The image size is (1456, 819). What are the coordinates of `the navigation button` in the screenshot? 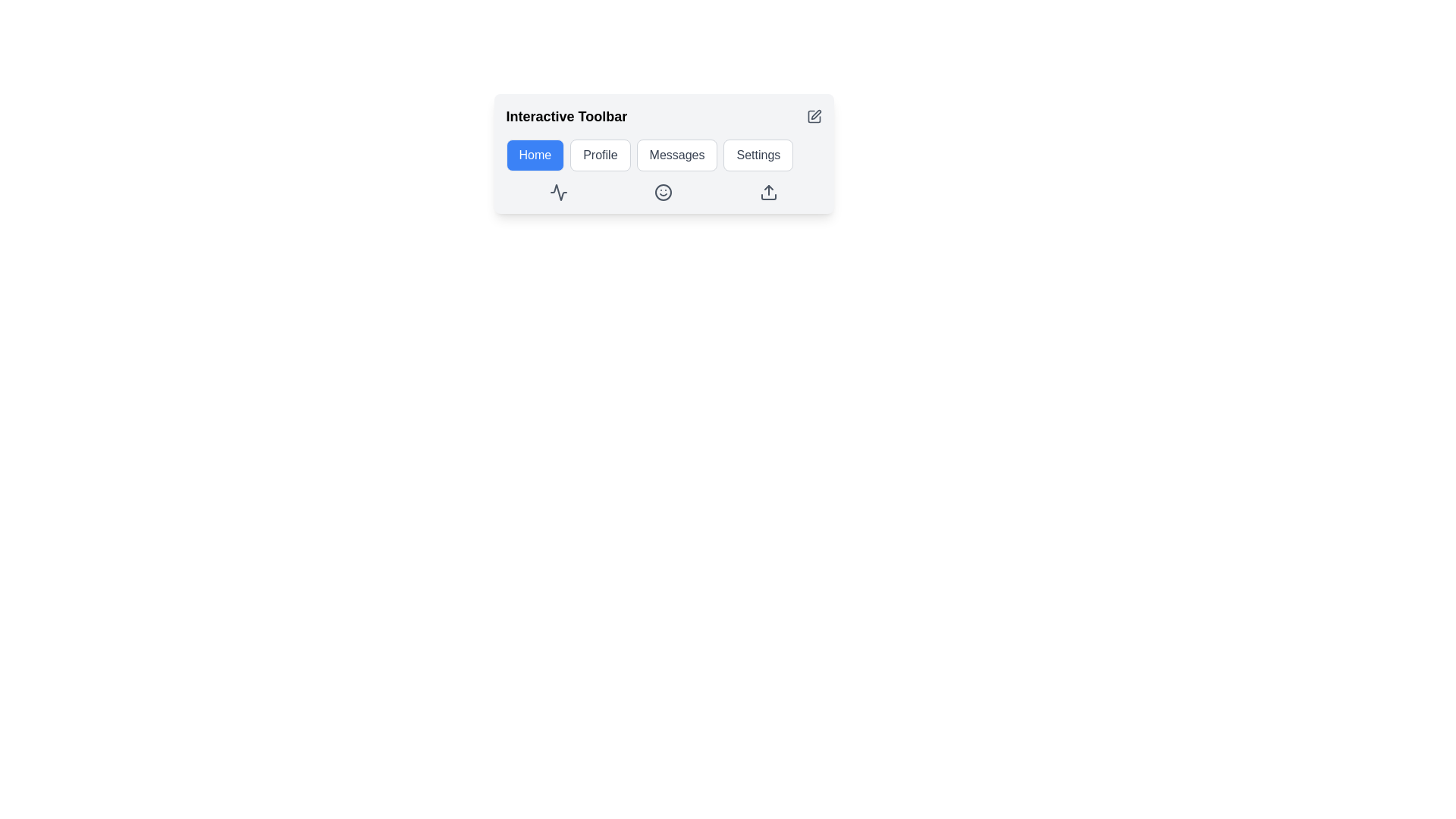 It's located at (664, 155).